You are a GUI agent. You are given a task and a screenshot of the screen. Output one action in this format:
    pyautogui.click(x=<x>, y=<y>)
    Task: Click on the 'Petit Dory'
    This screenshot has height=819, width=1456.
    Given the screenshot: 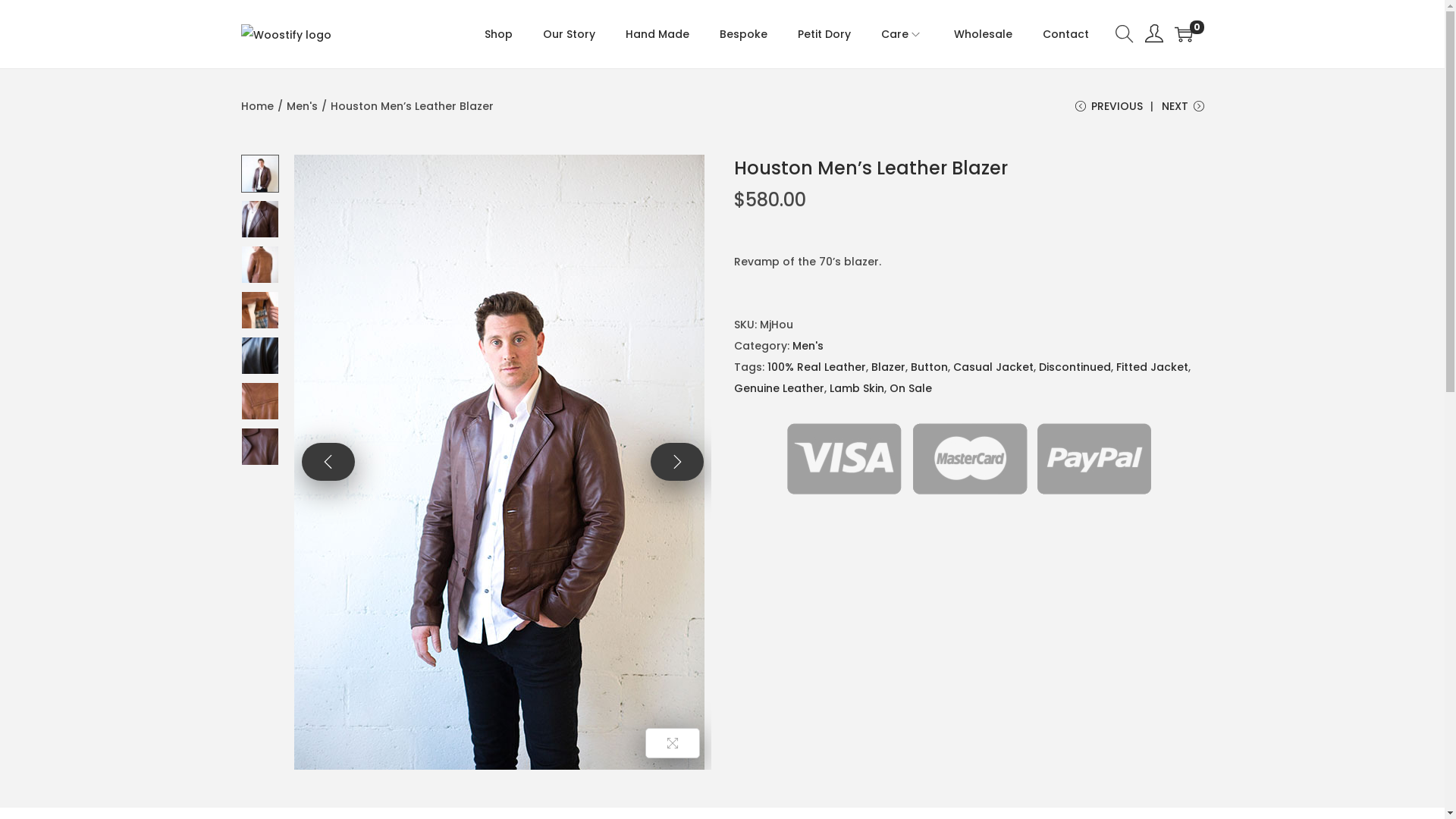 What is the action you would take?
    pyautogui.click(x=823, y=34)
    